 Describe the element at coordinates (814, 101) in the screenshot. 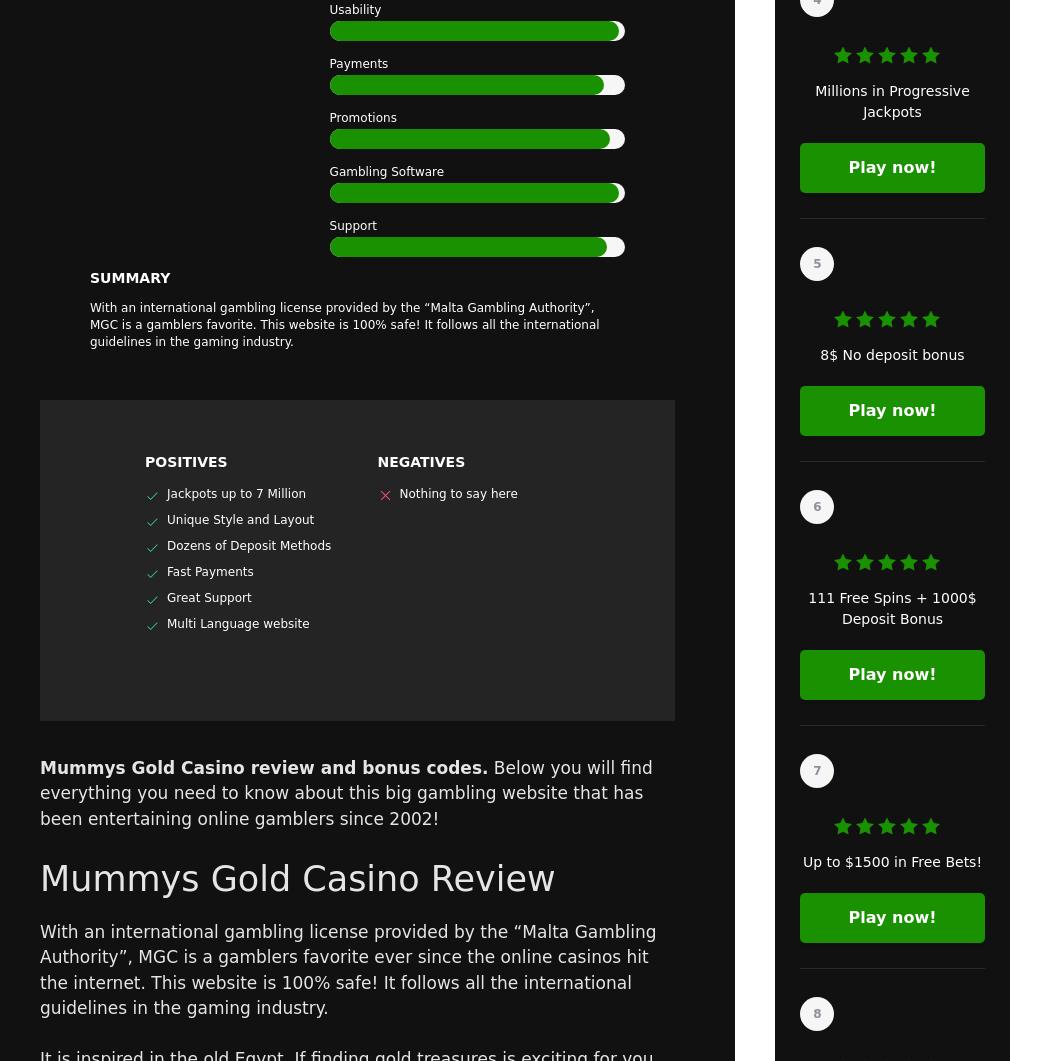

I see `'Millions in Progressive Jackpots'` at that location.